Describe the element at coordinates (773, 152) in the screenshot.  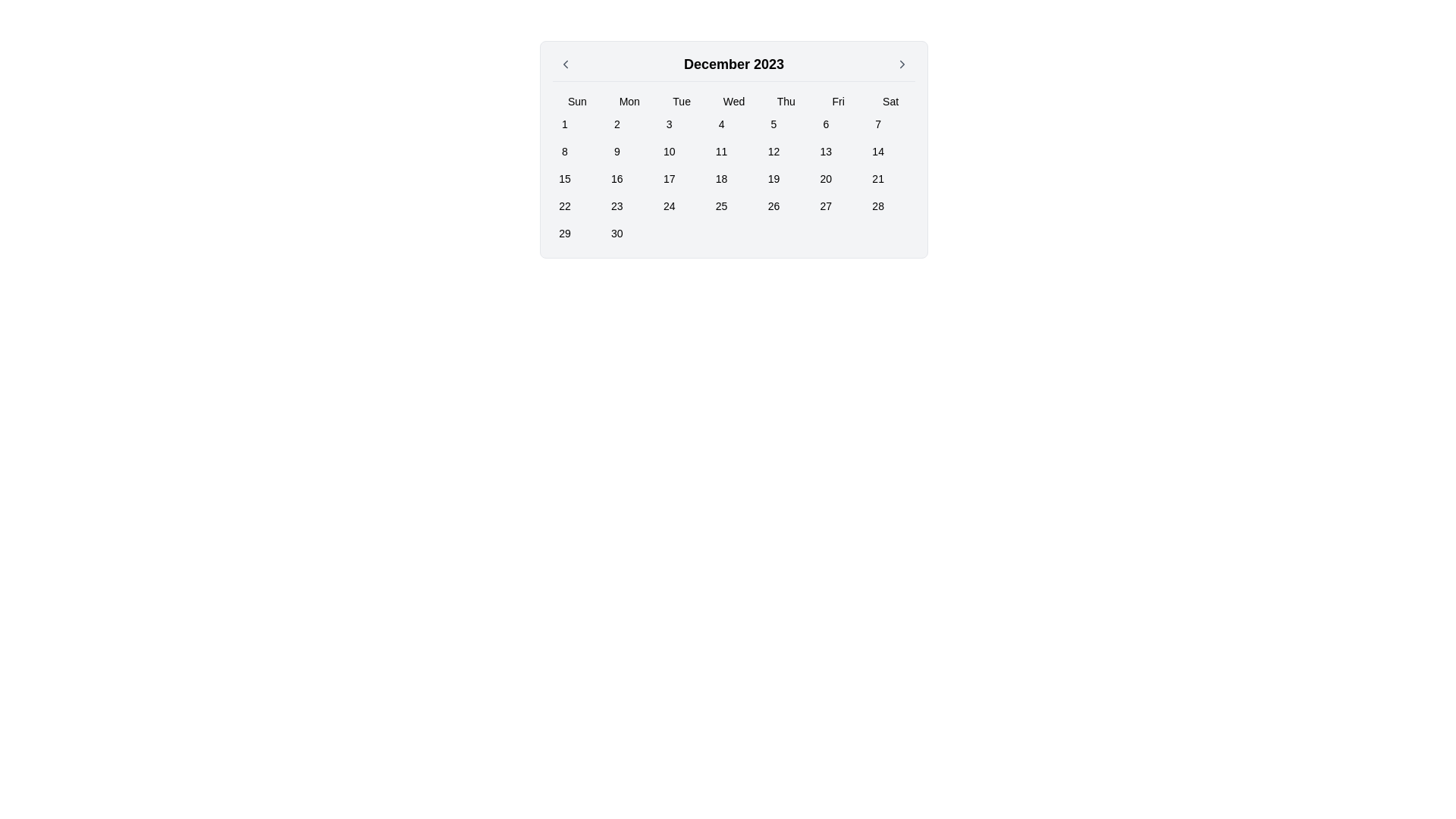
I see `the square-shaped button displaying the number '12'` at that location.